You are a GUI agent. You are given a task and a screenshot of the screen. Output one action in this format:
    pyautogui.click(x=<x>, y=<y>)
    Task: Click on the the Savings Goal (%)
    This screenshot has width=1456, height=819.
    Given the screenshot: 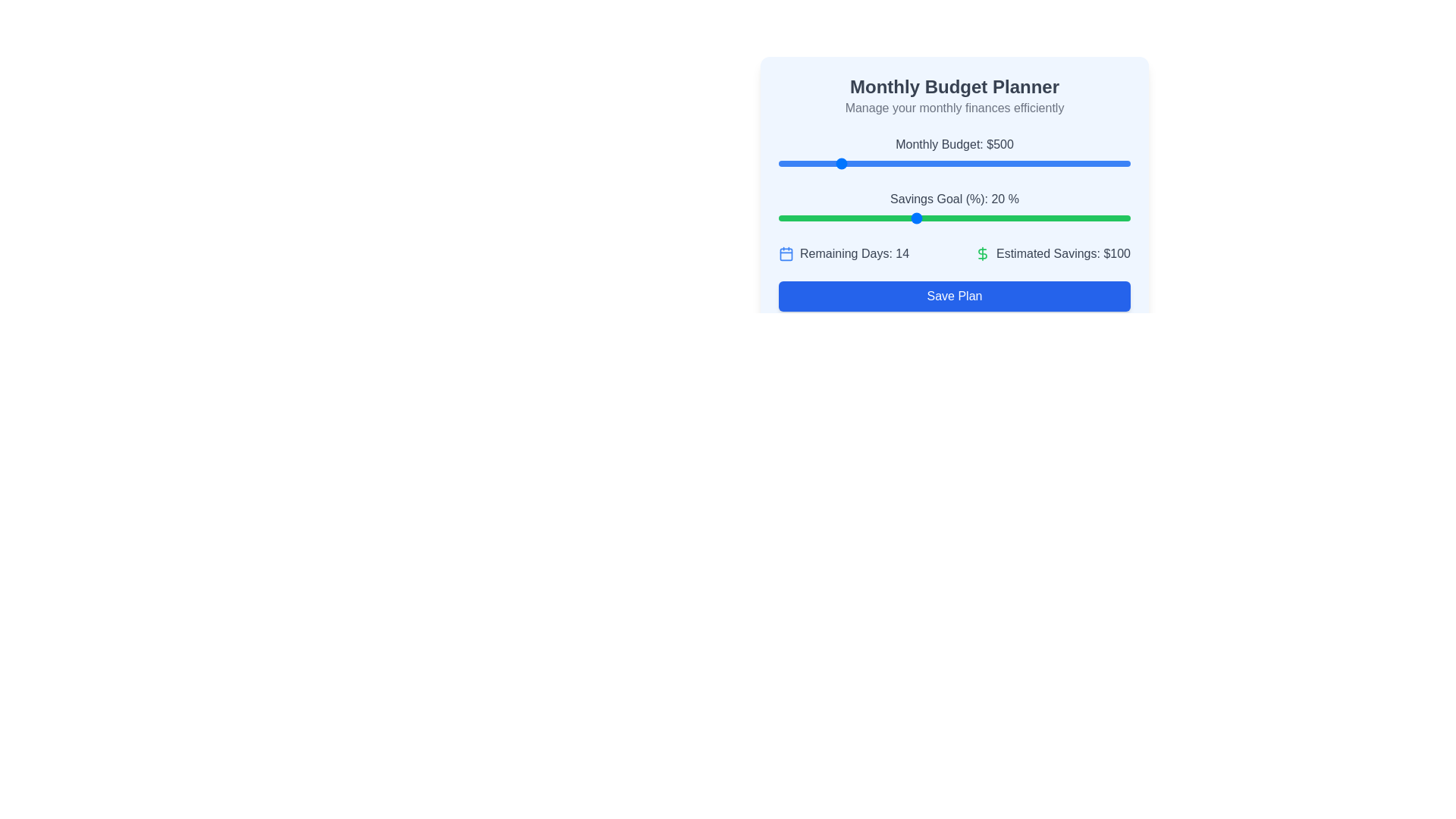 What is the action you would take?
    pyautogui.click(x=1043, y=218)
    